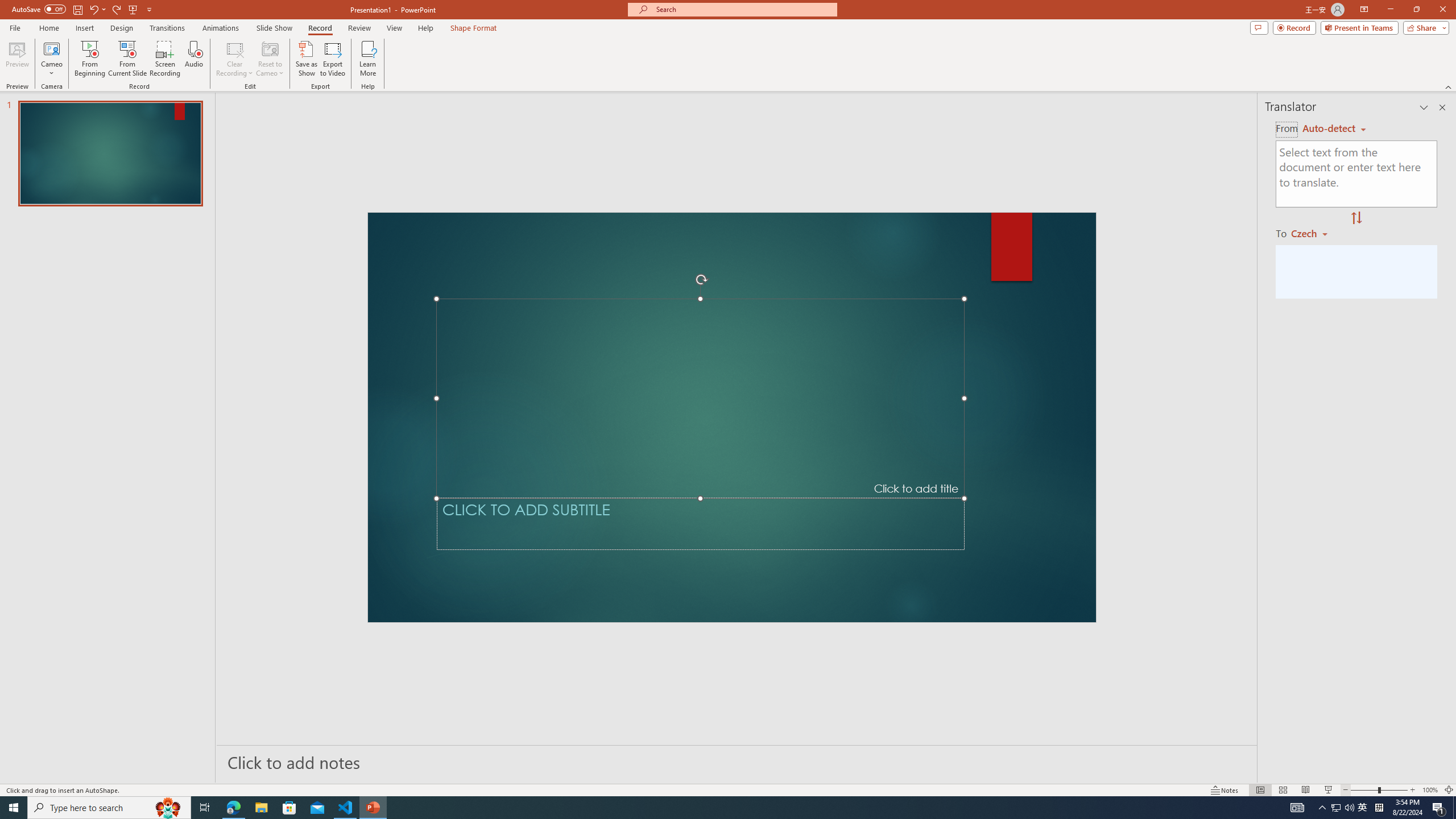 Image resolution: width=1456 pixels, height=819 pixels. What do you see at coordinates (1305, 790) in the screenshot?
I see `'Reading View'` at bounding box center [1305, 790].